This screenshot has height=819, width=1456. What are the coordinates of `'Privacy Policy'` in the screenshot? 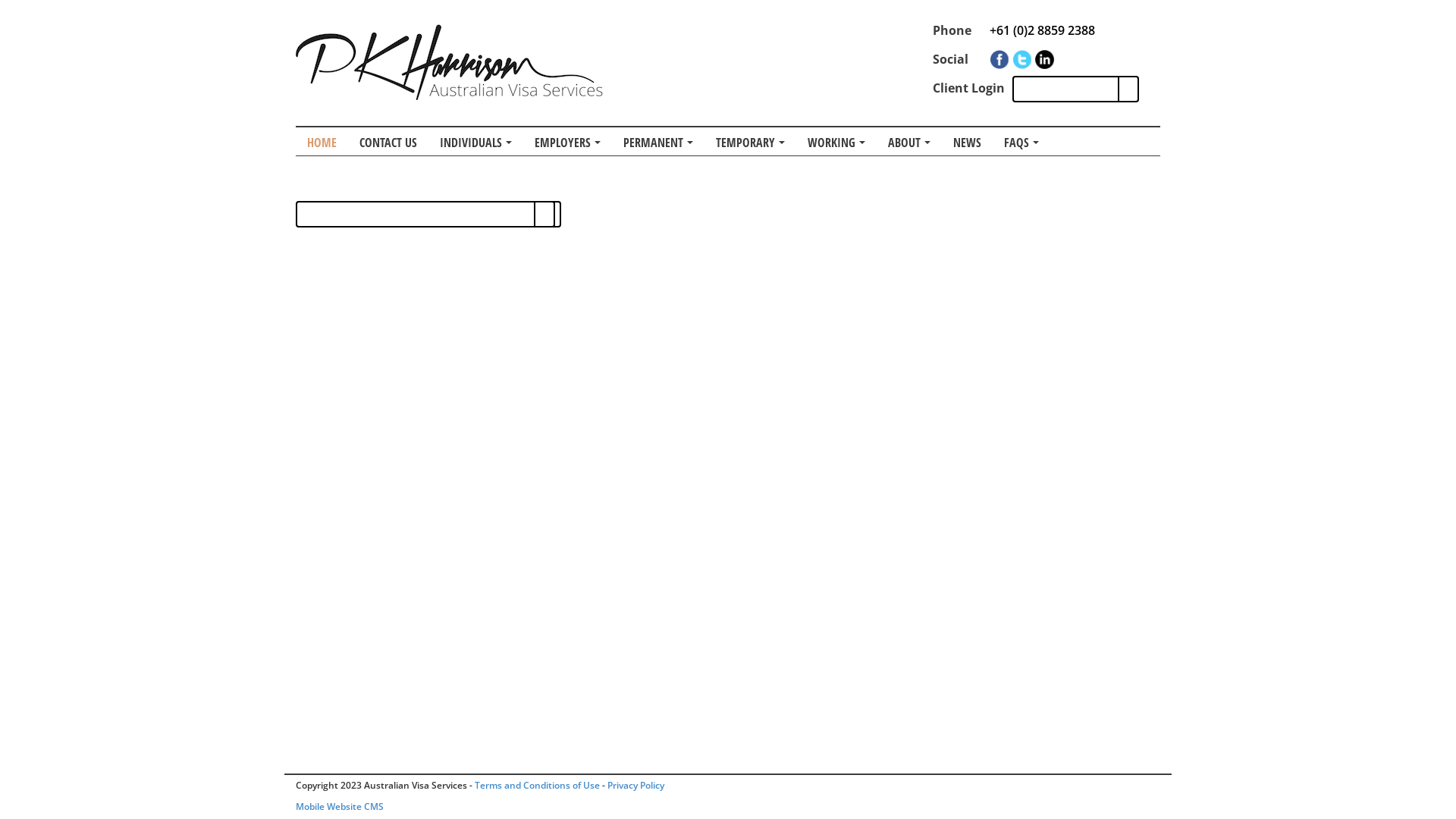 It's located at (635, 785).